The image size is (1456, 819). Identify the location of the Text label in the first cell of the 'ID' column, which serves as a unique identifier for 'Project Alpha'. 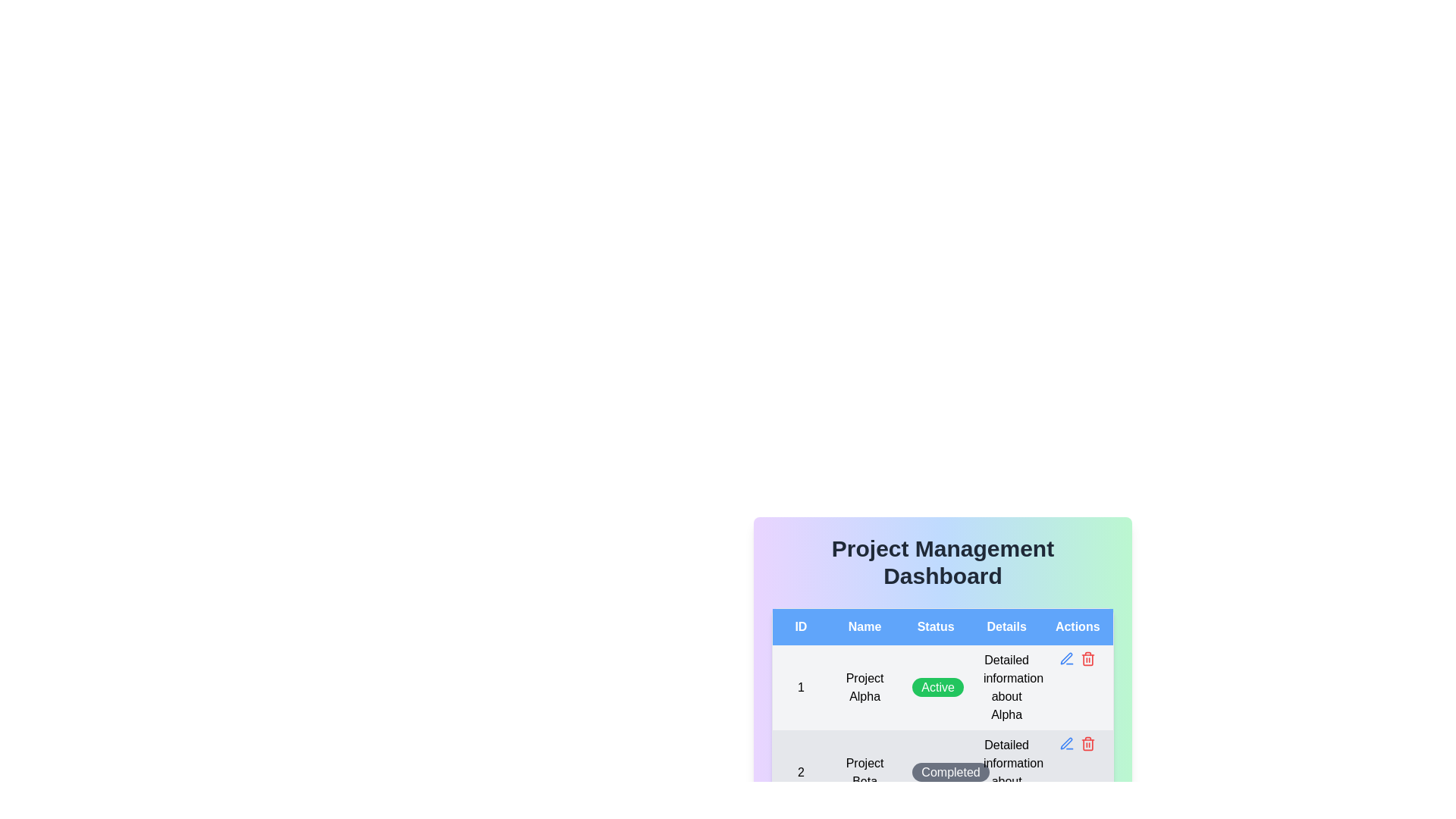
(800, 687).